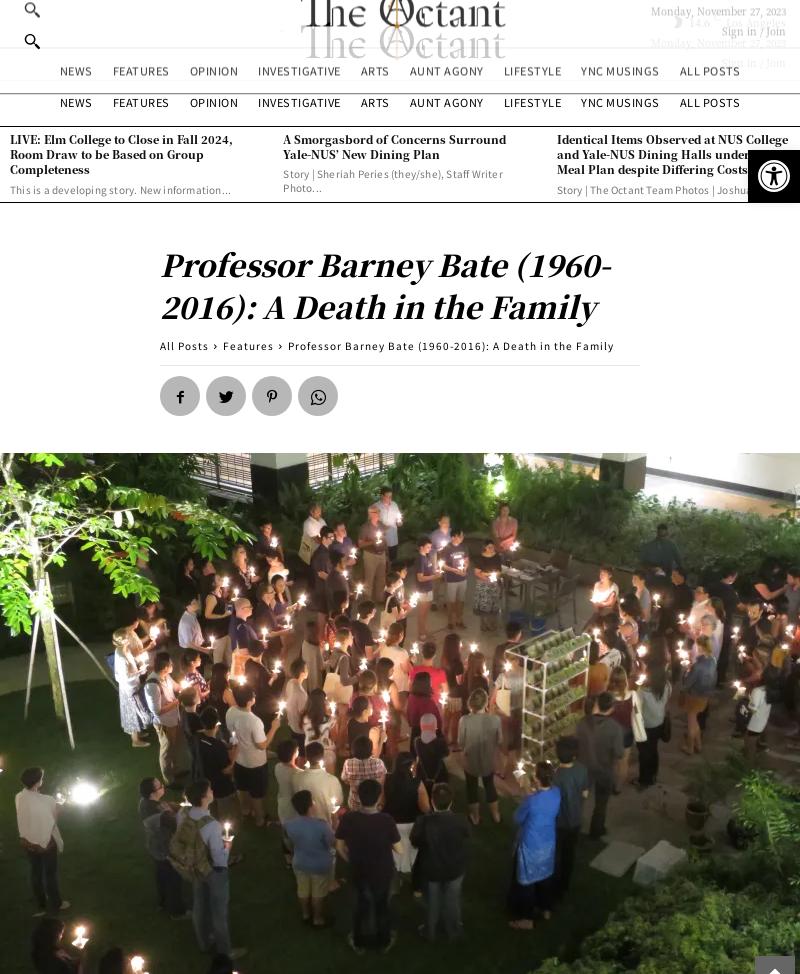 This screenshot has width=800, height=974. I want to click on 'C', so click(715, 15).